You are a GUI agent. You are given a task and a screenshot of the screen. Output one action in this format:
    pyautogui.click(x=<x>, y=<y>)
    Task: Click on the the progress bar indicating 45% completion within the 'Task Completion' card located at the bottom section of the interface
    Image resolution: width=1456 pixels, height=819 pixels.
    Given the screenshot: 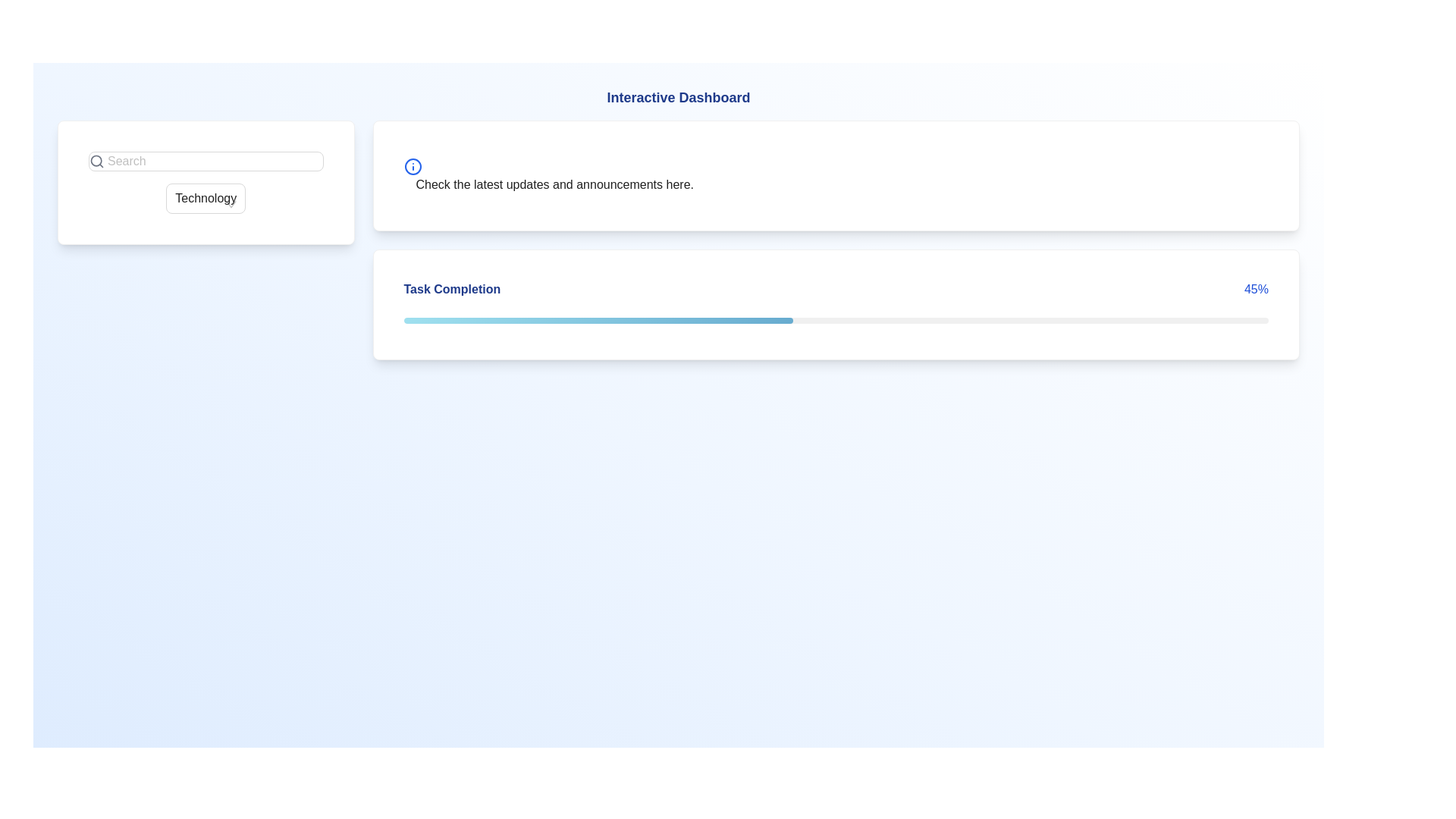 What is the action you would take?
    pyautogui.click(x=835, y=320)
    